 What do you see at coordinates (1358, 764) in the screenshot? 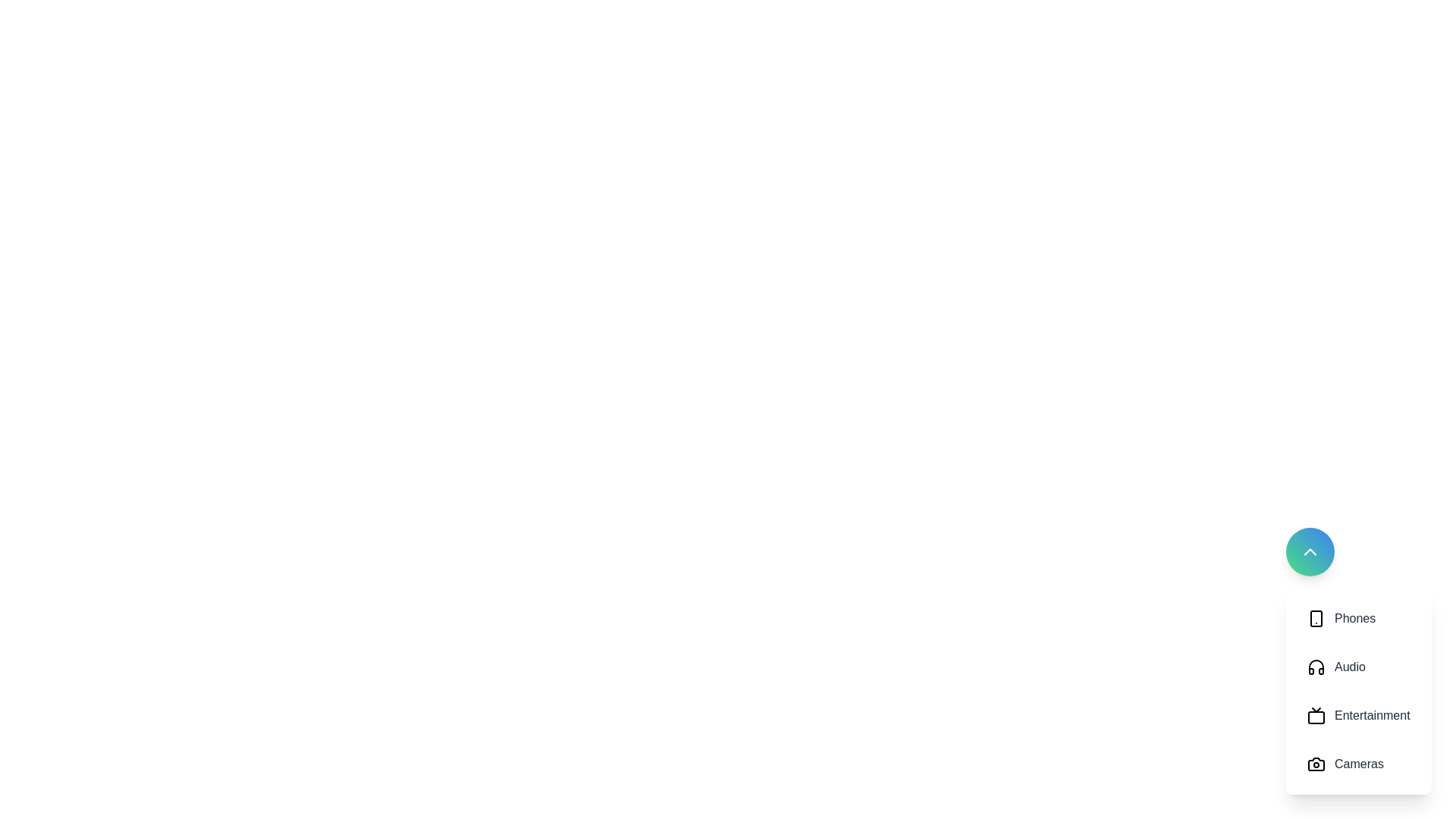
I see `the category button labeled 'Cameras' to observe any visual changes or tooltips` at bounding box center [1358, 764].